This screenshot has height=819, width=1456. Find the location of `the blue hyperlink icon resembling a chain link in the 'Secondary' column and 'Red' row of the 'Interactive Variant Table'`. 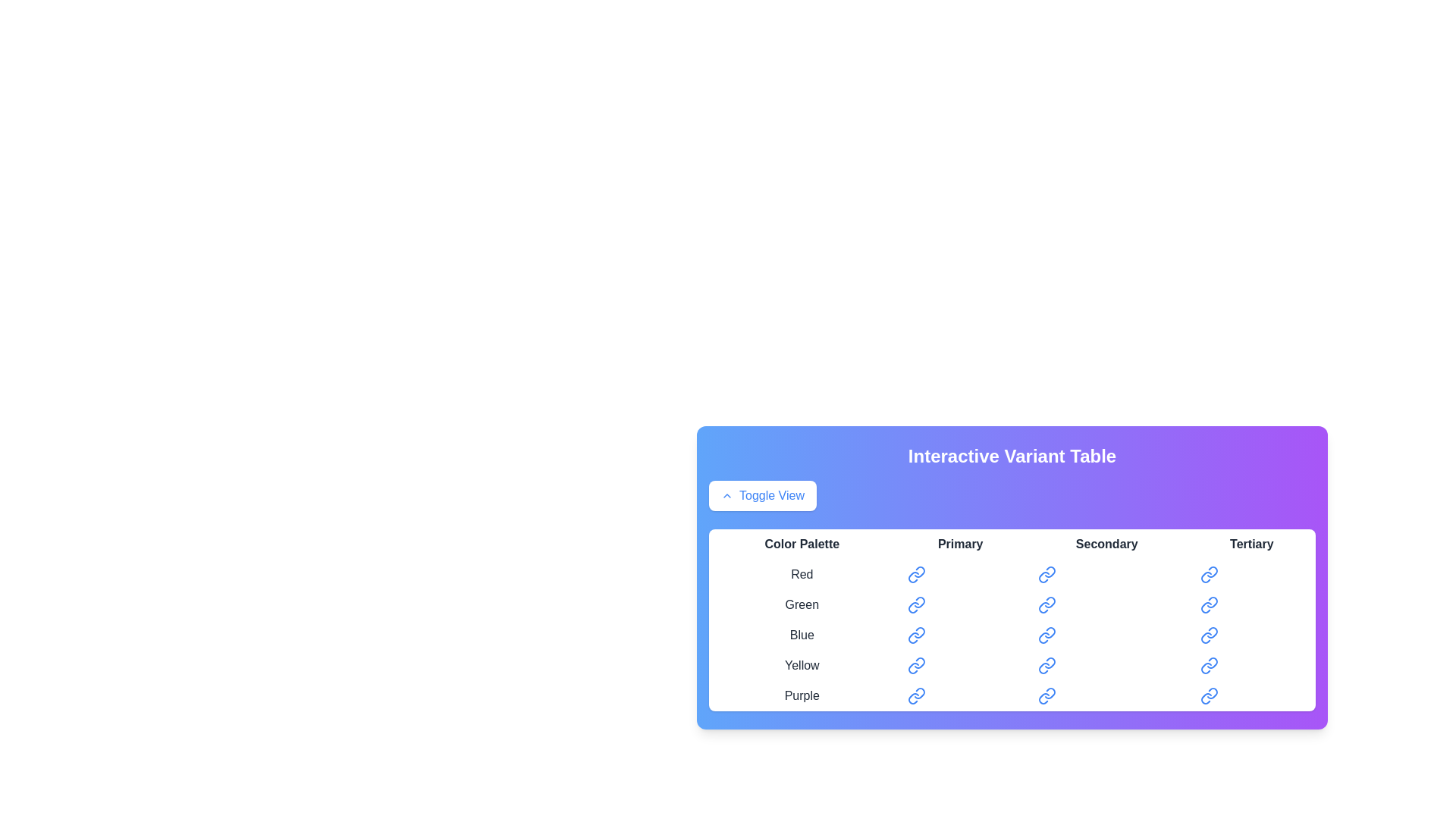

the blue hyperlink icon resembling a chain link in the 'Secondary' column and 'Red' row of the 'Interactive Variant Table' is located at coordinates (1046, 575).